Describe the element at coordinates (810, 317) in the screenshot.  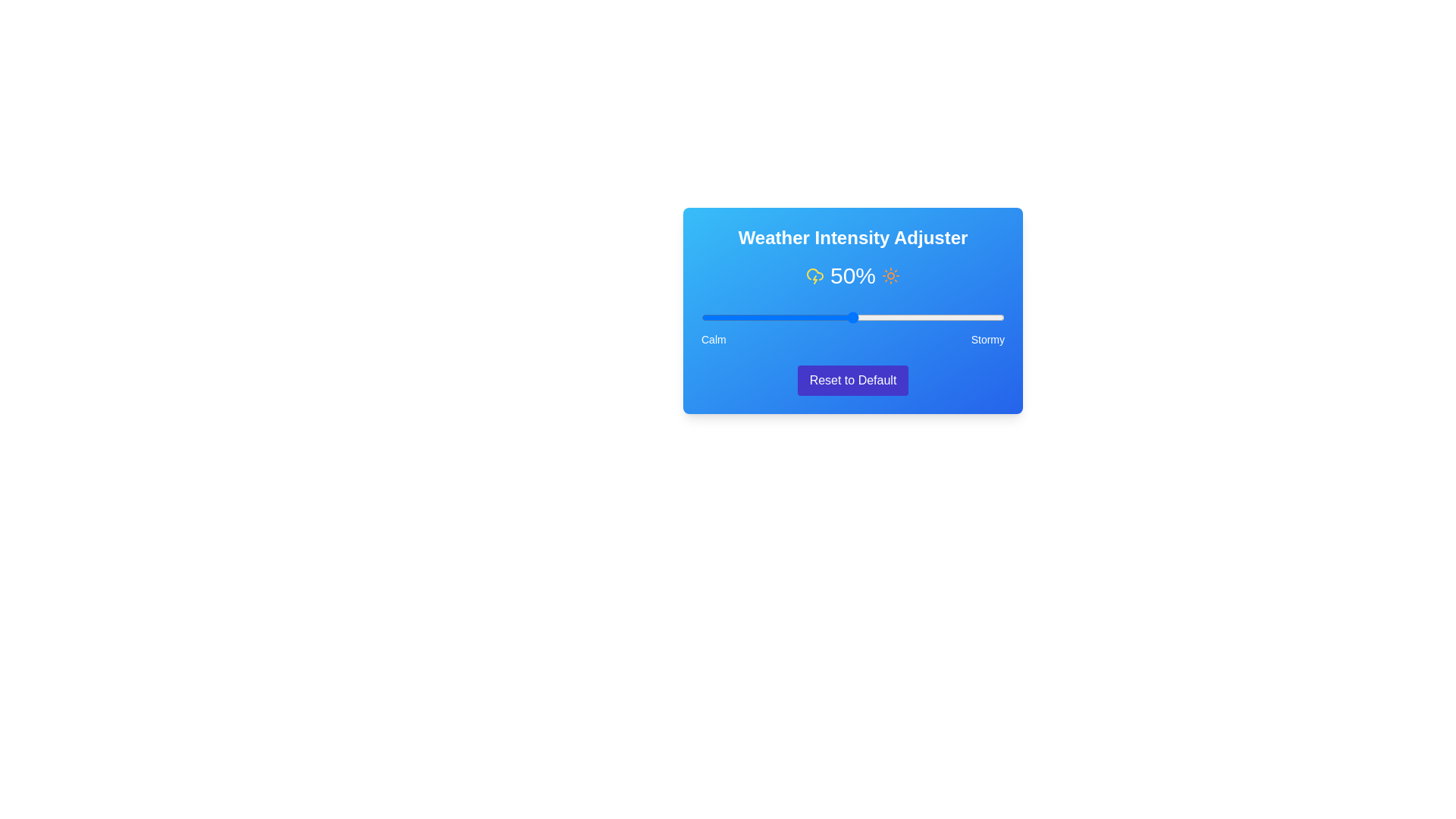
I see `the weather intensity slider to 36%` at that location.